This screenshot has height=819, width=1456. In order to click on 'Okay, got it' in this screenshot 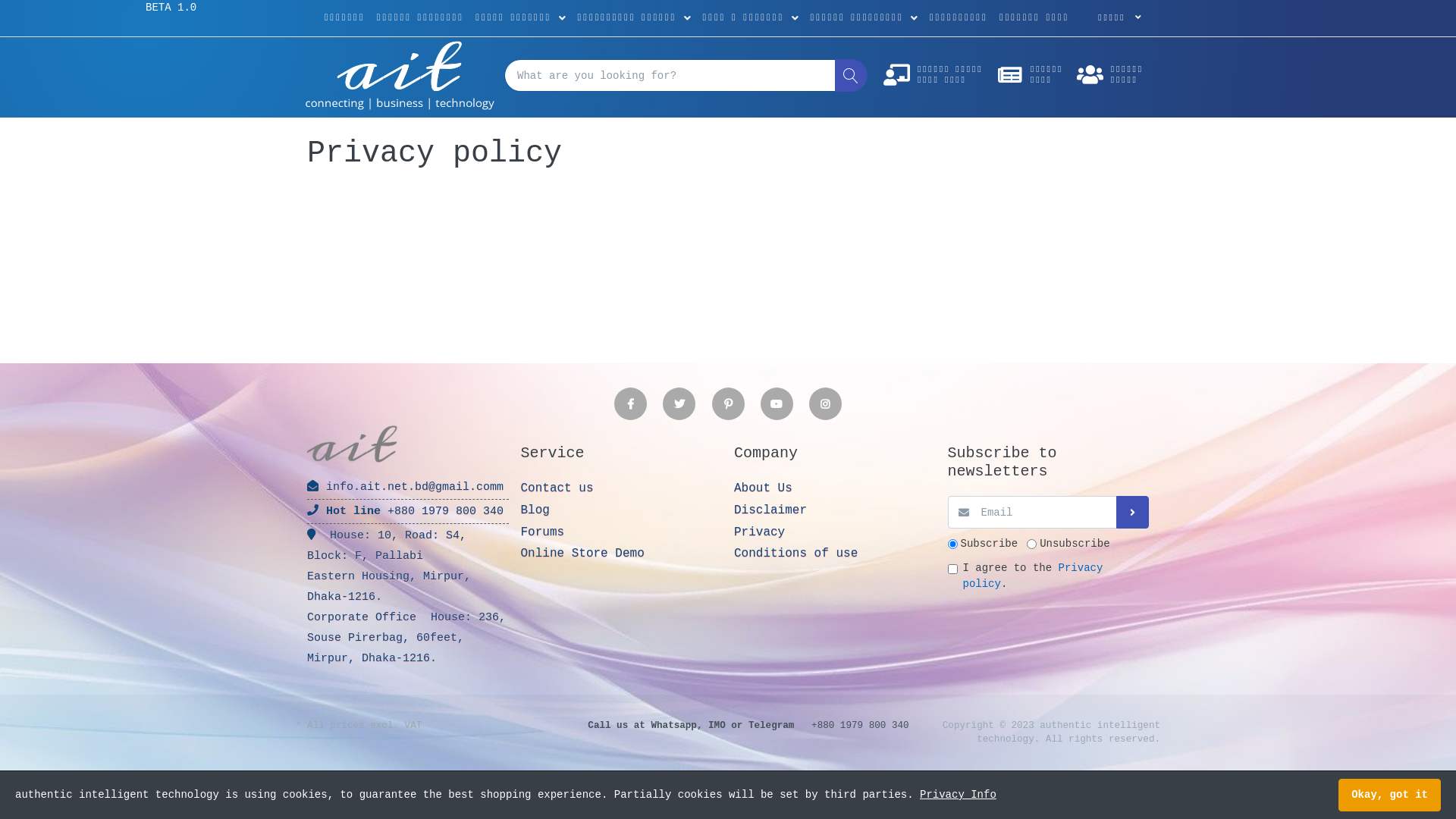, I will do `click(1389, 794)`.